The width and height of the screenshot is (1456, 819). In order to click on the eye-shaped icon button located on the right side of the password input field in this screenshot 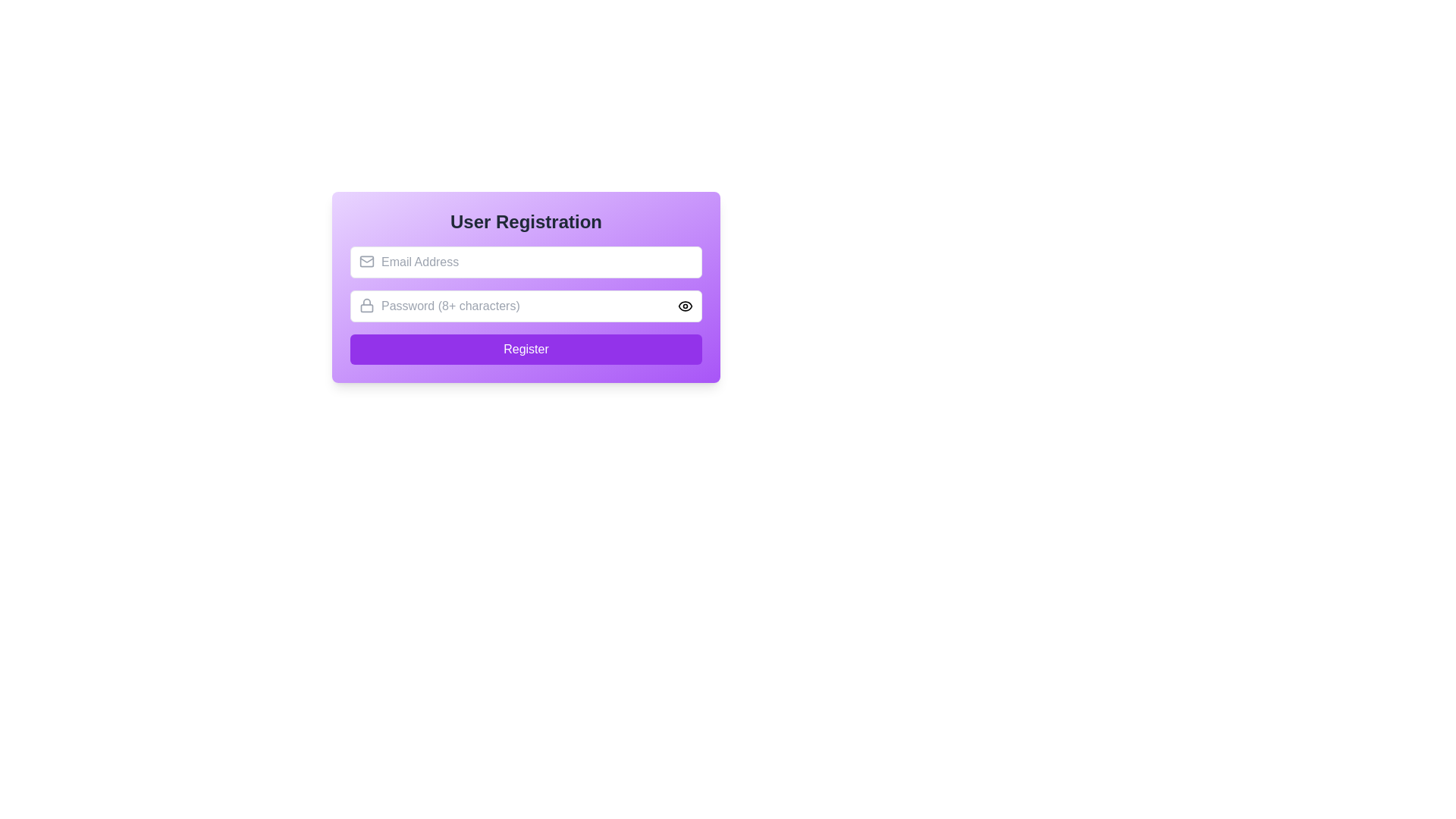, I will do `click(684, 306)`.